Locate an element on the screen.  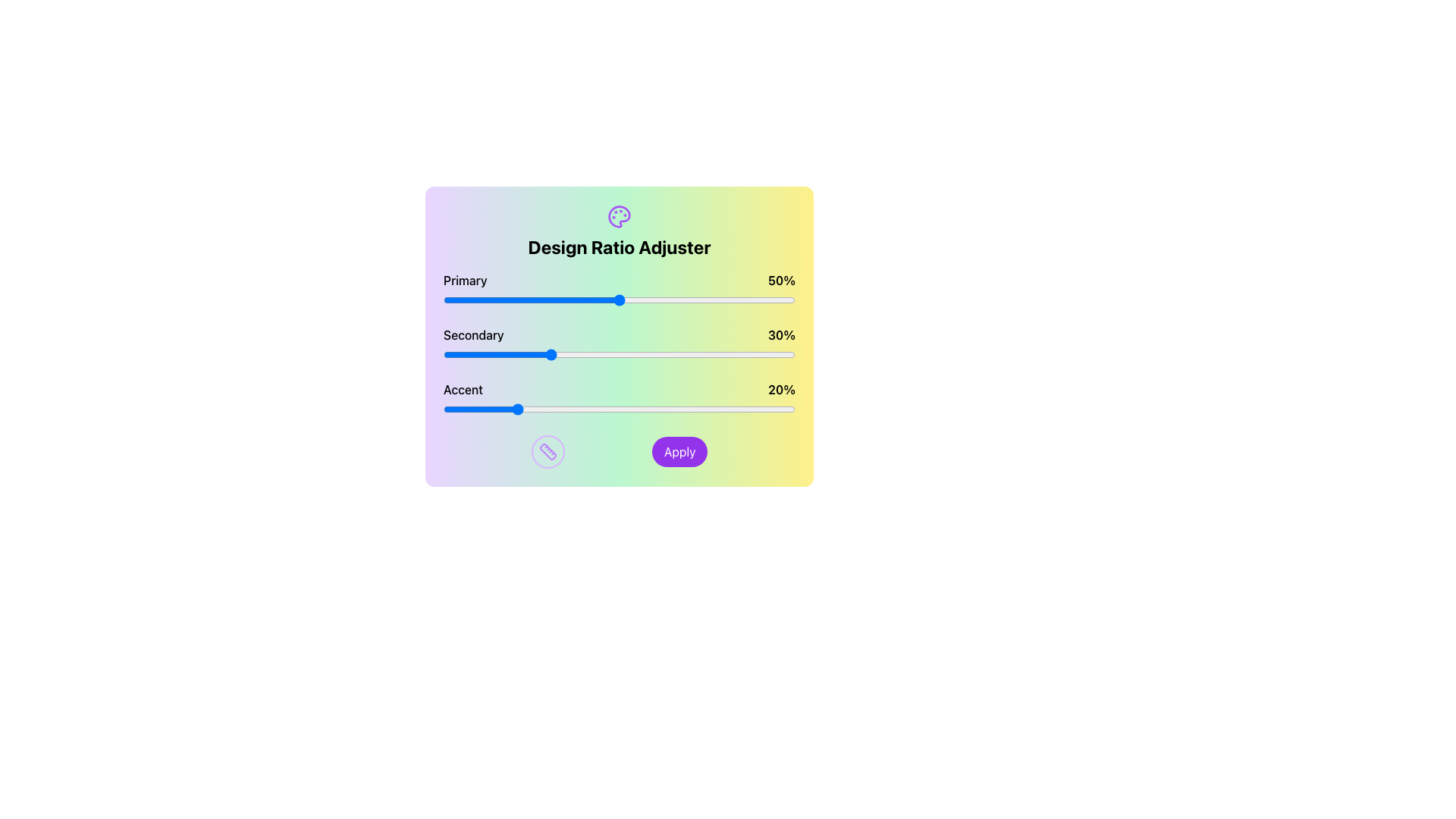
the accent ratio is located at coordinates (453, 409).